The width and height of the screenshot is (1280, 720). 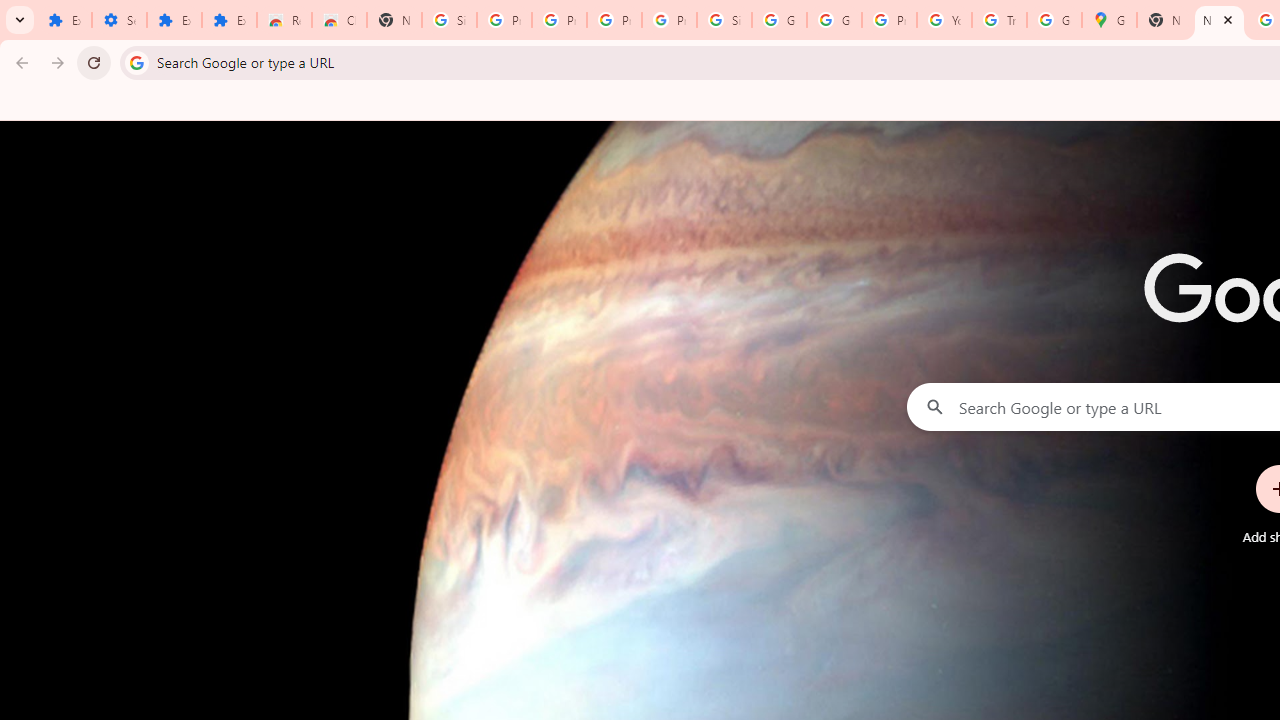 I want to click on 'Chrome Web Store - Themes', so click(x=339, y=20).